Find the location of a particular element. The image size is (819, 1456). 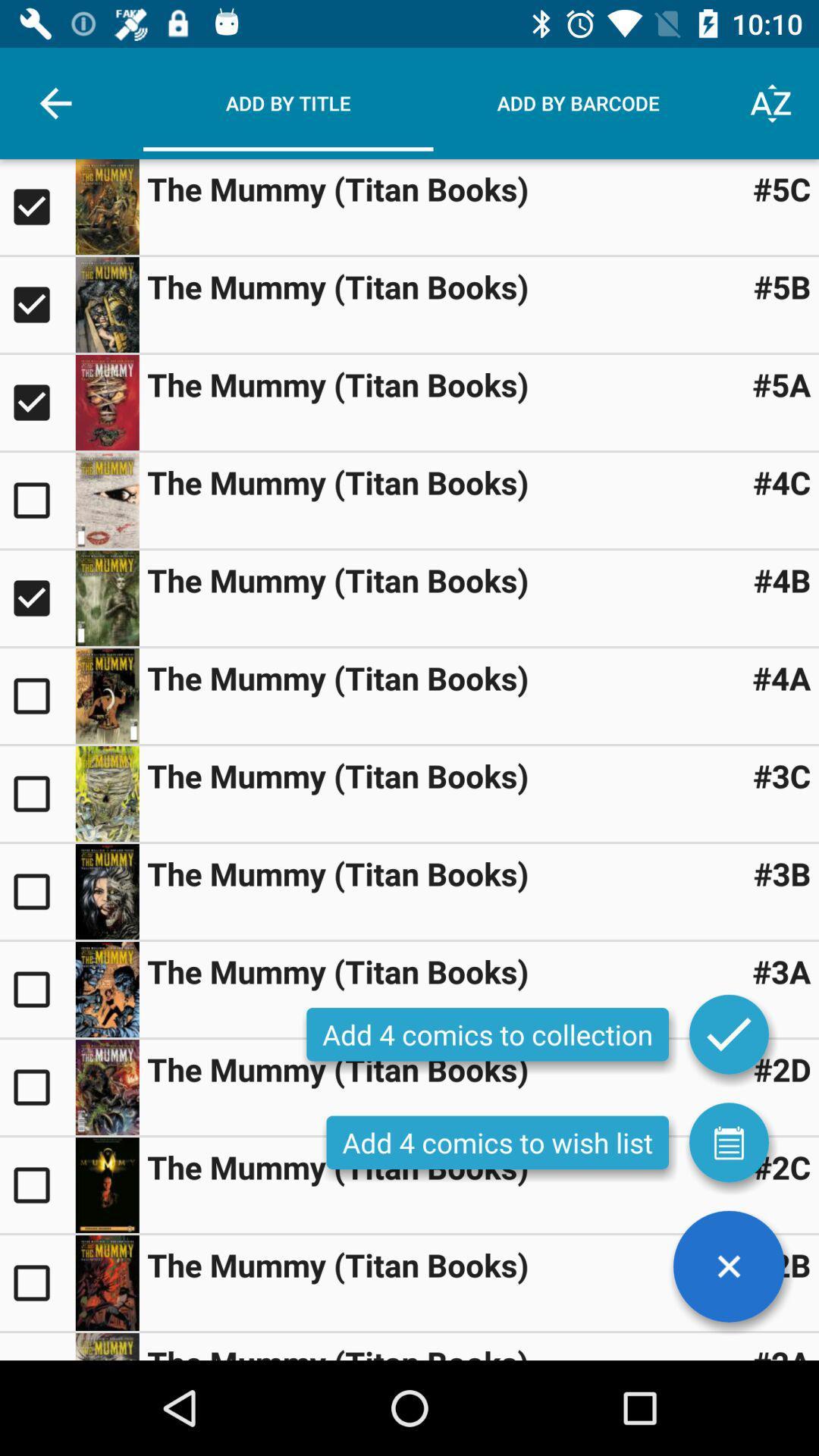

to list is located at coordinates (728, 1142).